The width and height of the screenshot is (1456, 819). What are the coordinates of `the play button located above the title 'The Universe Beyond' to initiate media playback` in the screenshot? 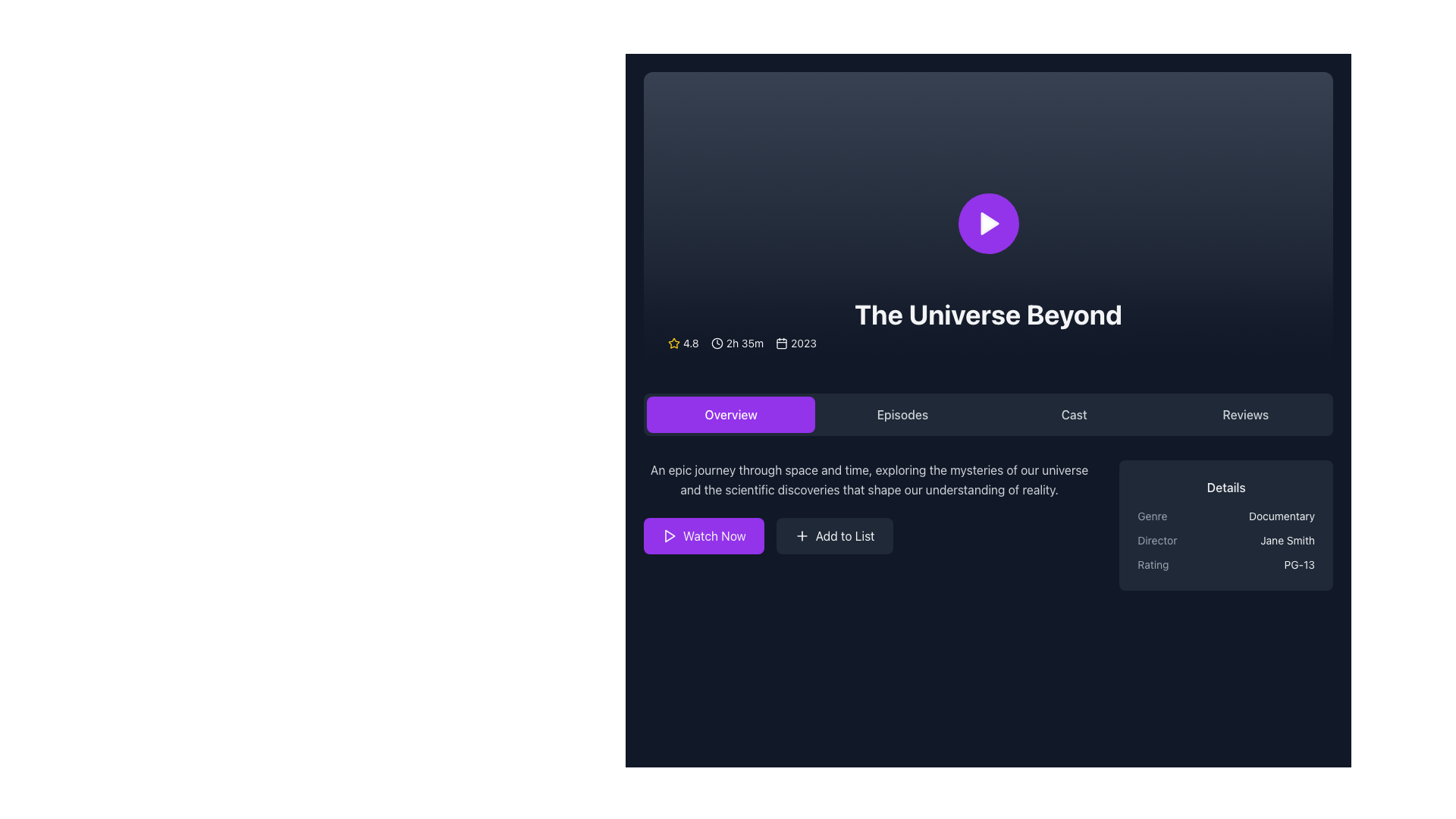 It's located at (988, 223).